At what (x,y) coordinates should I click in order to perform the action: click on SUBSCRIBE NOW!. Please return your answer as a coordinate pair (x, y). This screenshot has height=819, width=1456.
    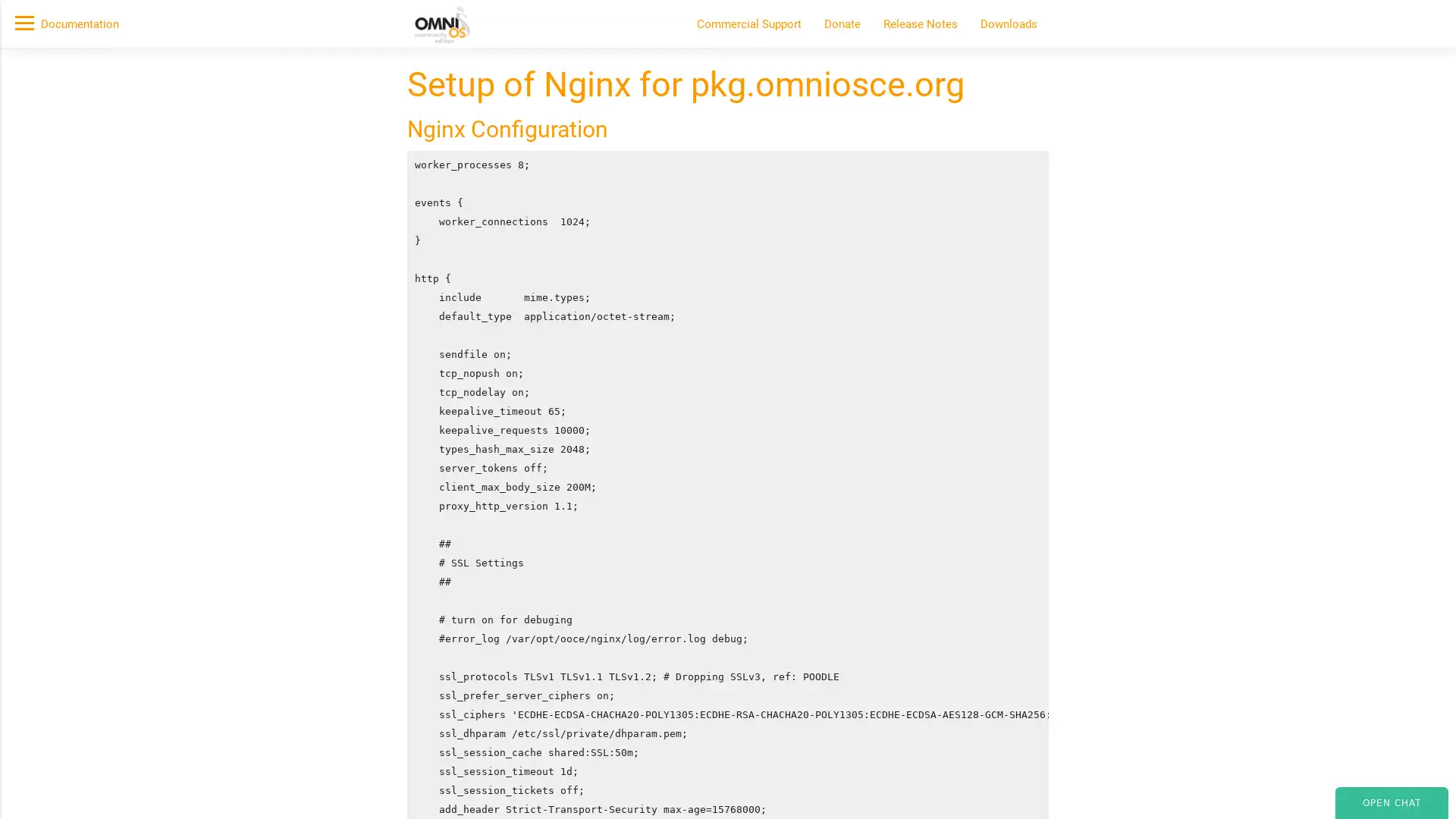
    Looking at the image, I should click on (416, 171).